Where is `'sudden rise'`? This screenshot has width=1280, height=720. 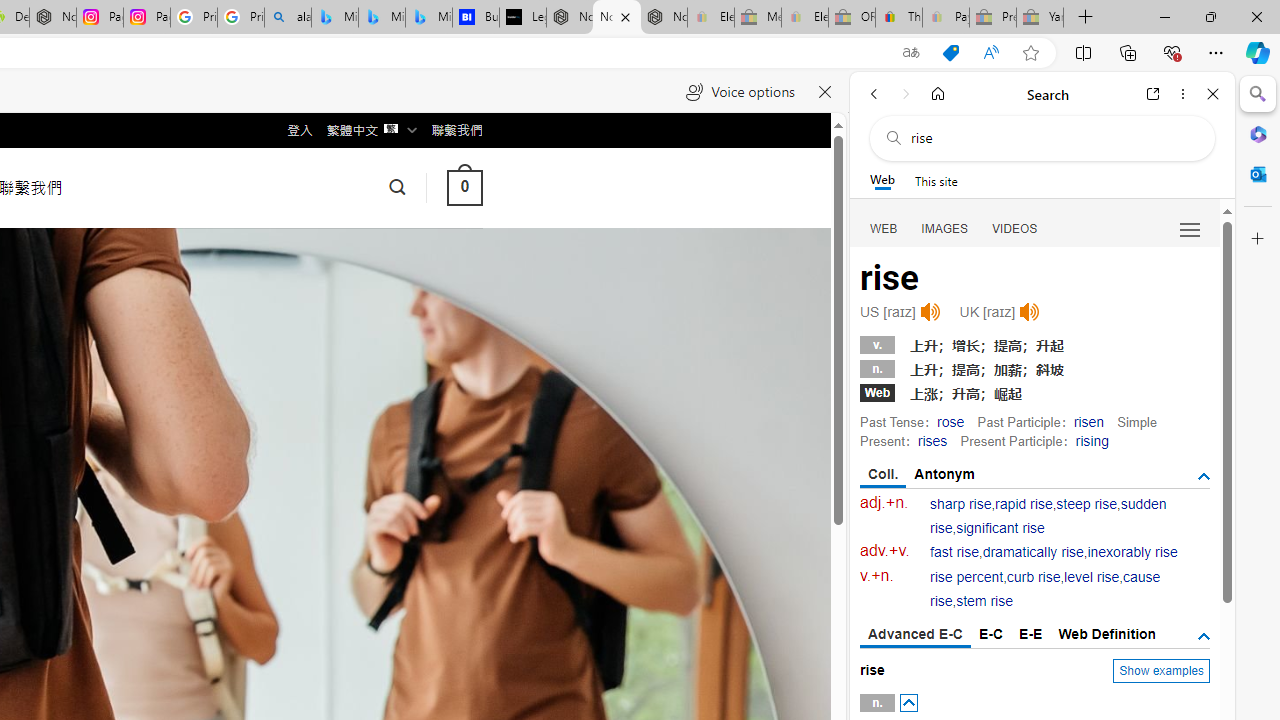 'sudden rise' is located at coordinates (1047, 515).